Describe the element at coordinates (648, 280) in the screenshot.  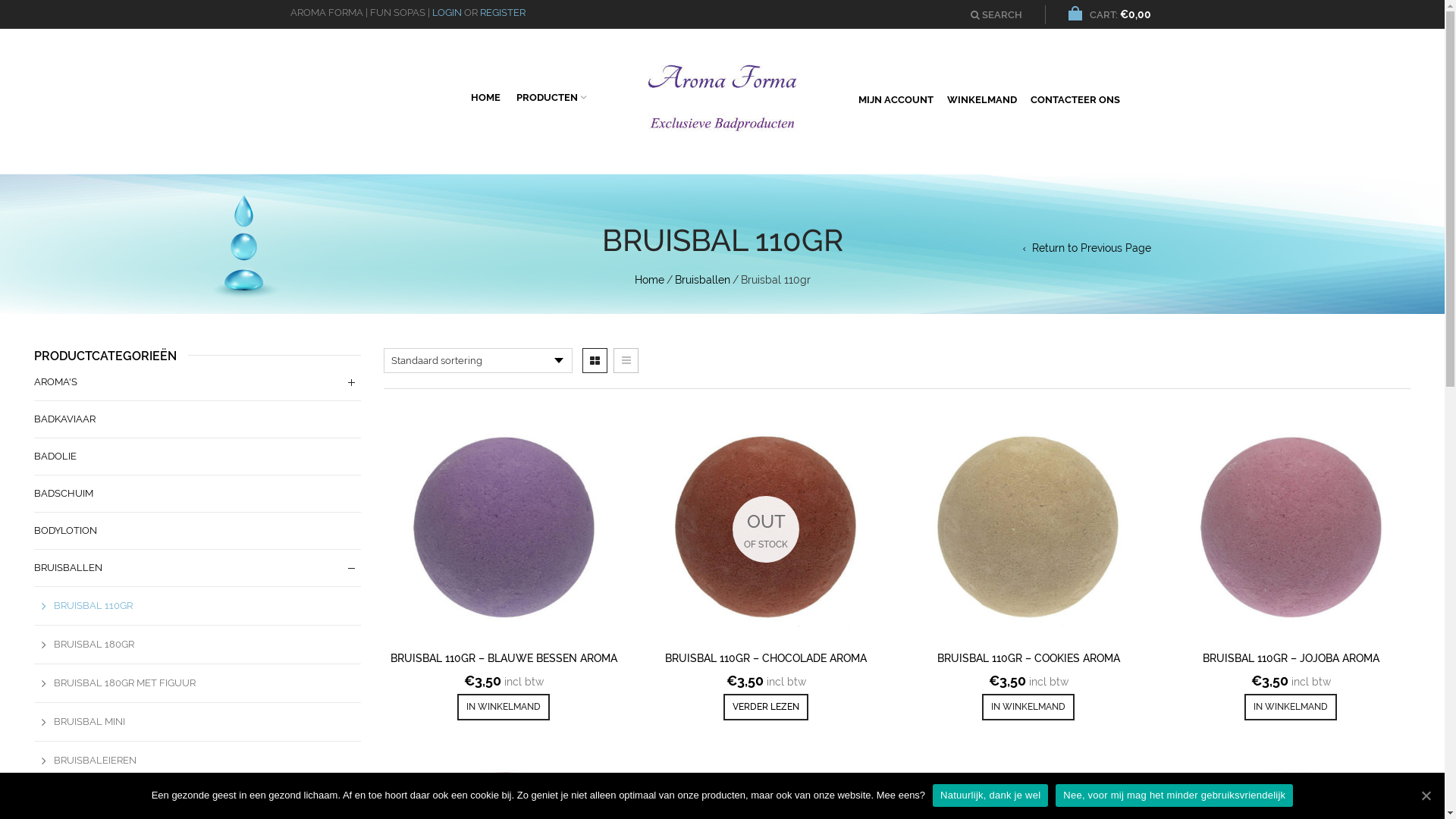
I see `'Home'` at that location.